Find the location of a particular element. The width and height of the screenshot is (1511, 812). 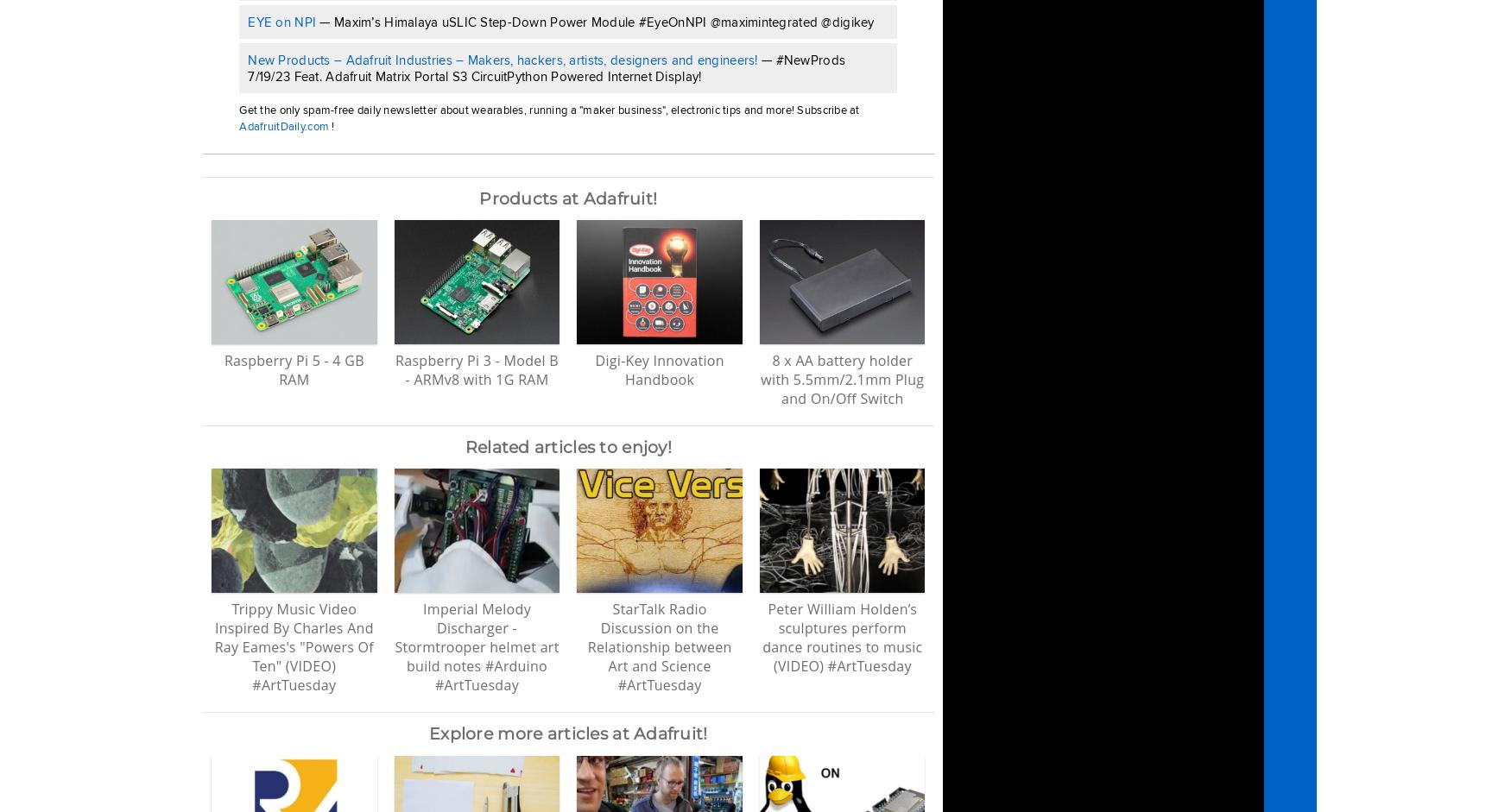

'AdafruitDaily.com' is located at coordinates (284, 124).